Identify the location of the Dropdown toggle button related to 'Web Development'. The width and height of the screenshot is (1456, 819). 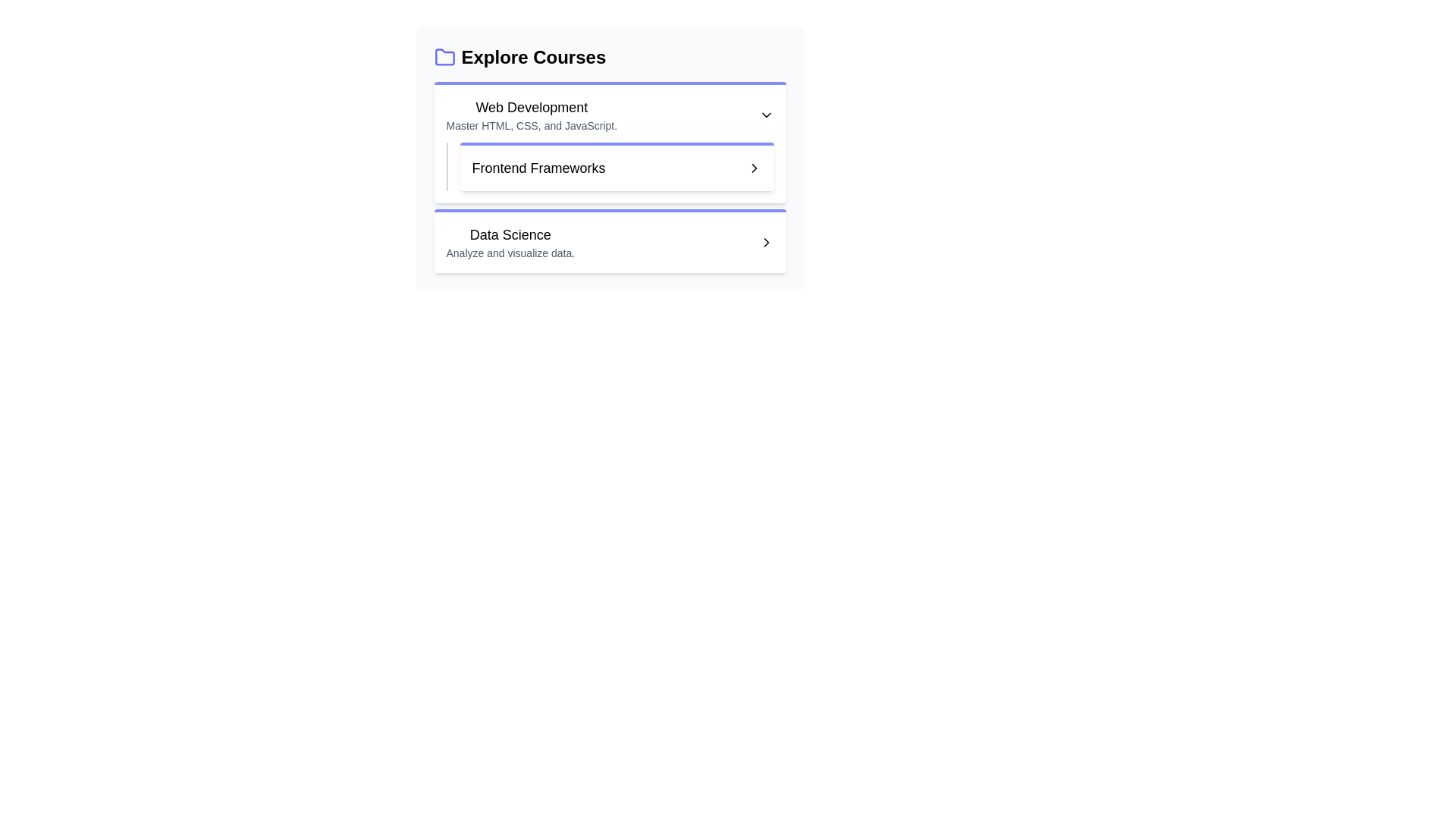
(610, 114).